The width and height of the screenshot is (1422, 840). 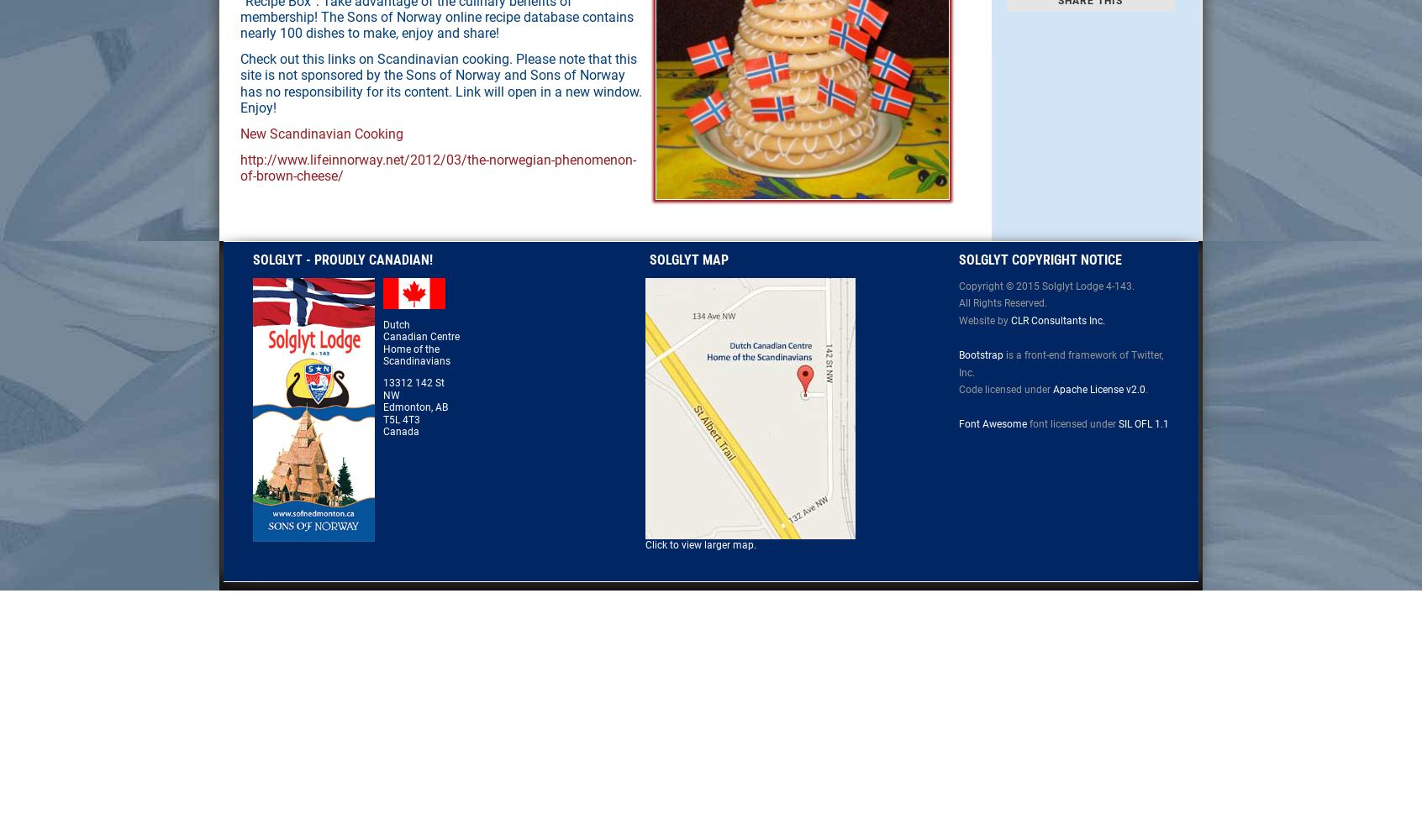 I want to click on 'CLR Consultants Inc.', so click(x=1057, y=320).